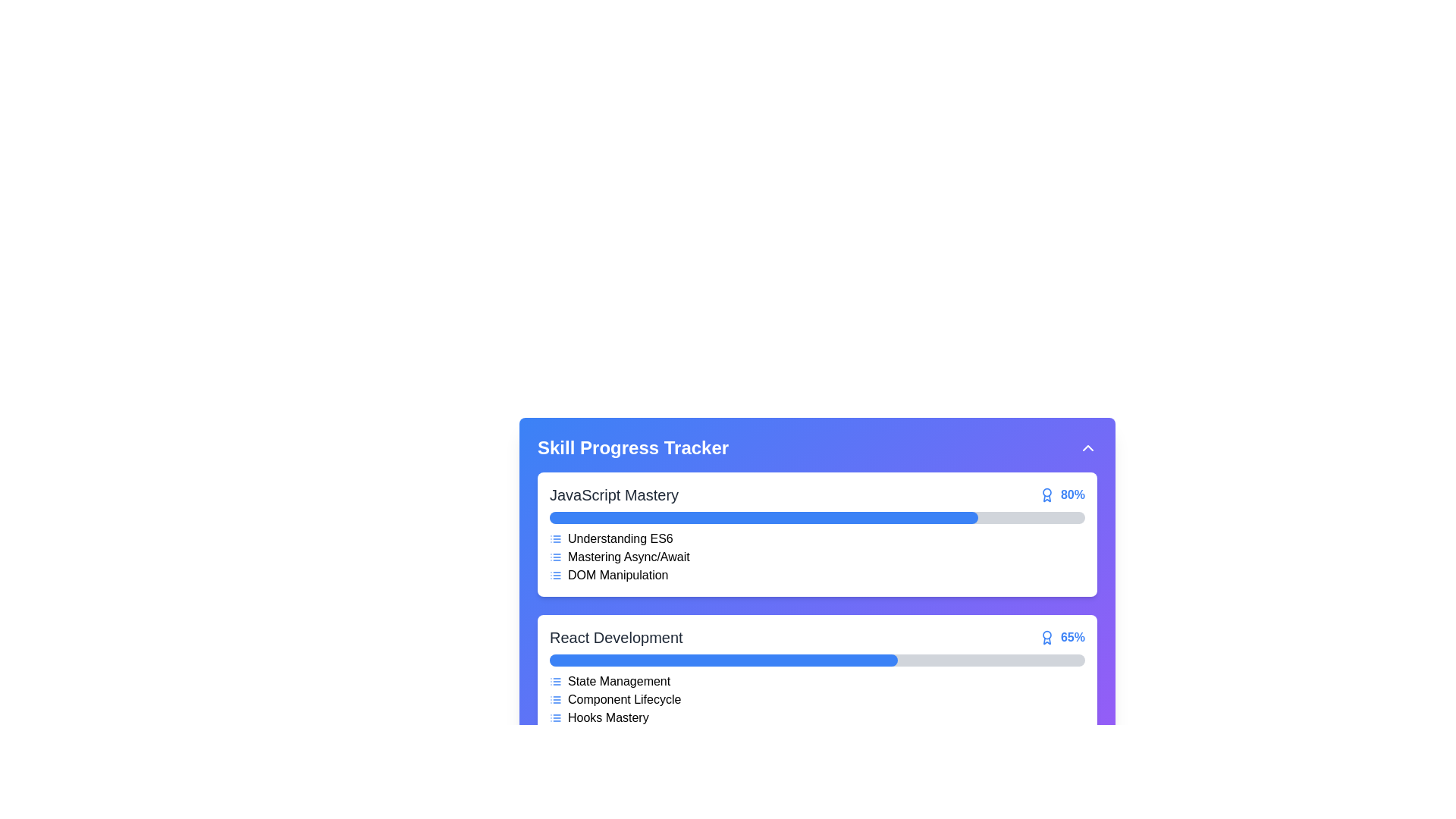  What do you see at coordinates (555, 717) in the screenshot?
I see `the leftmost icon in the 'Hooks Mastery' section, which visually represents a list or hierarchy for the React Development skill group in the Skill Progress Tracker interface` at bounding box center [555, 717].